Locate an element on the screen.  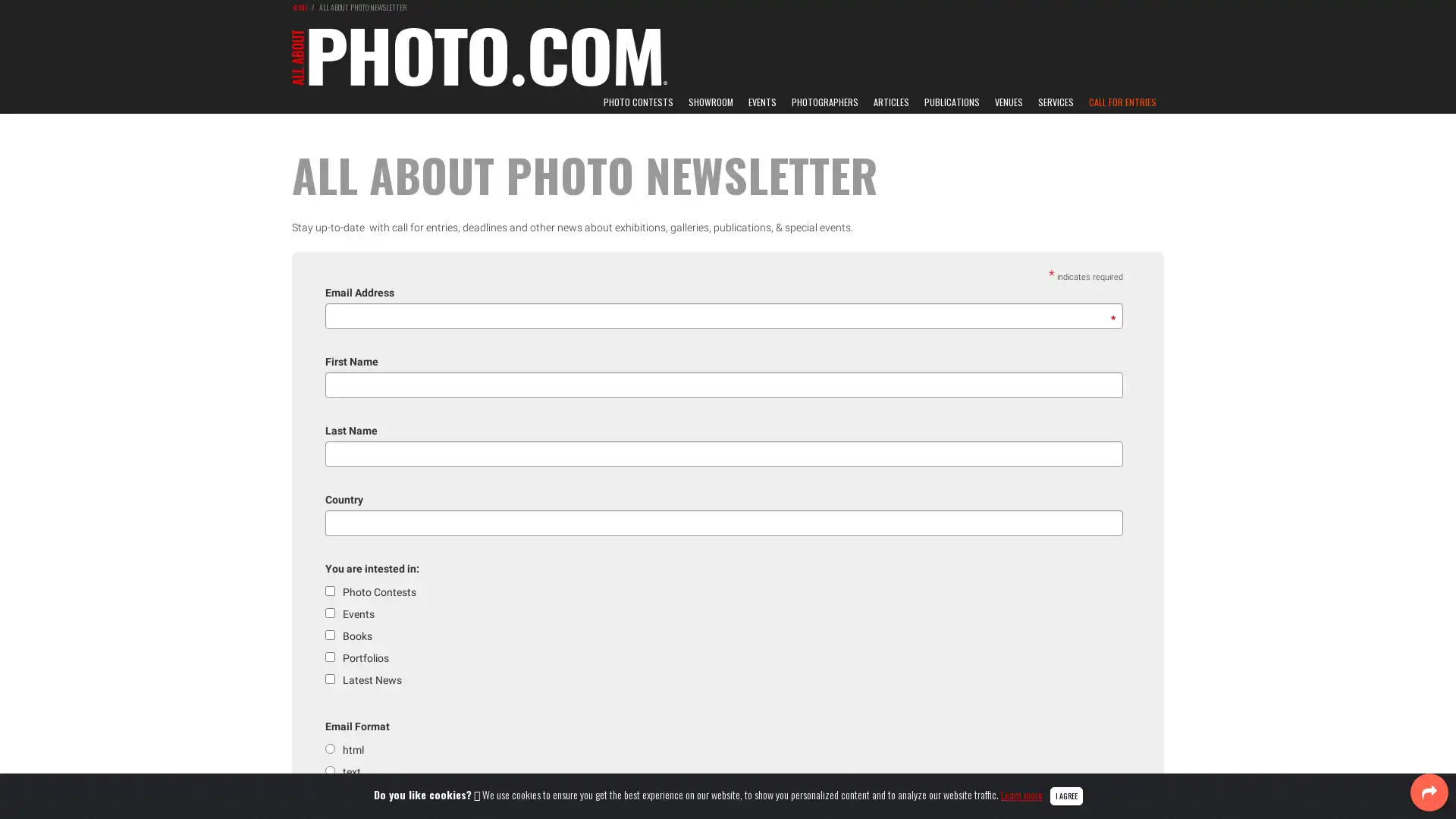
ARTICLES is located at coordinates (891, 102).